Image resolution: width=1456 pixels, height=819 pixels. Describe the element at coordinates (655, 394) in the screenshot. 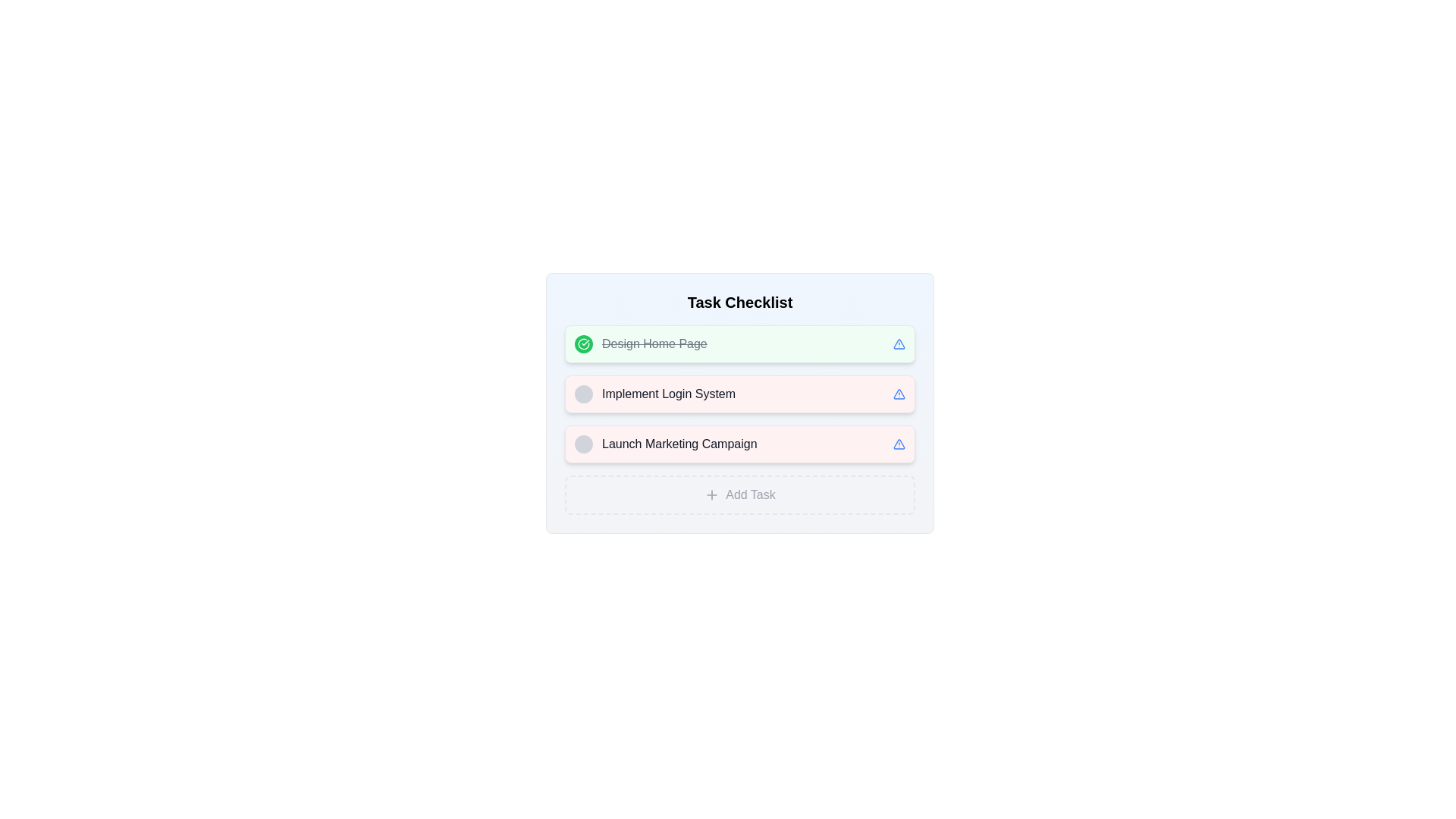

I see `the second task item in the checklist interface` at that location.